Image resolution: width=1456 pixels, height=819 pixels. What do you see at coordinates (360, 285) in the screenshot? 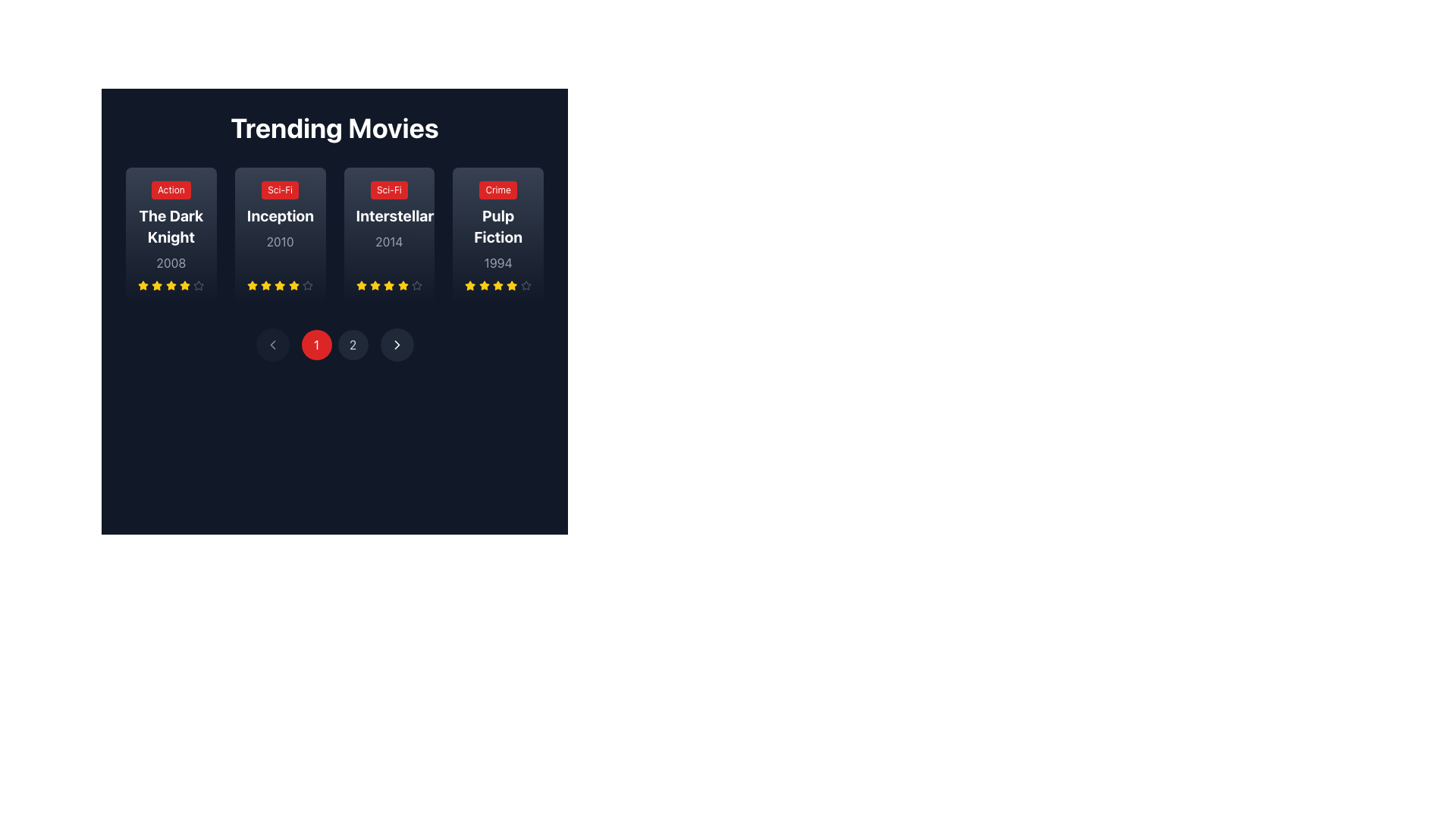
I see `the first star icon representing the rating system for the movie 'Interstellar' in the third card of the 'Trending Movies' section` at bounding box center [360, 285].